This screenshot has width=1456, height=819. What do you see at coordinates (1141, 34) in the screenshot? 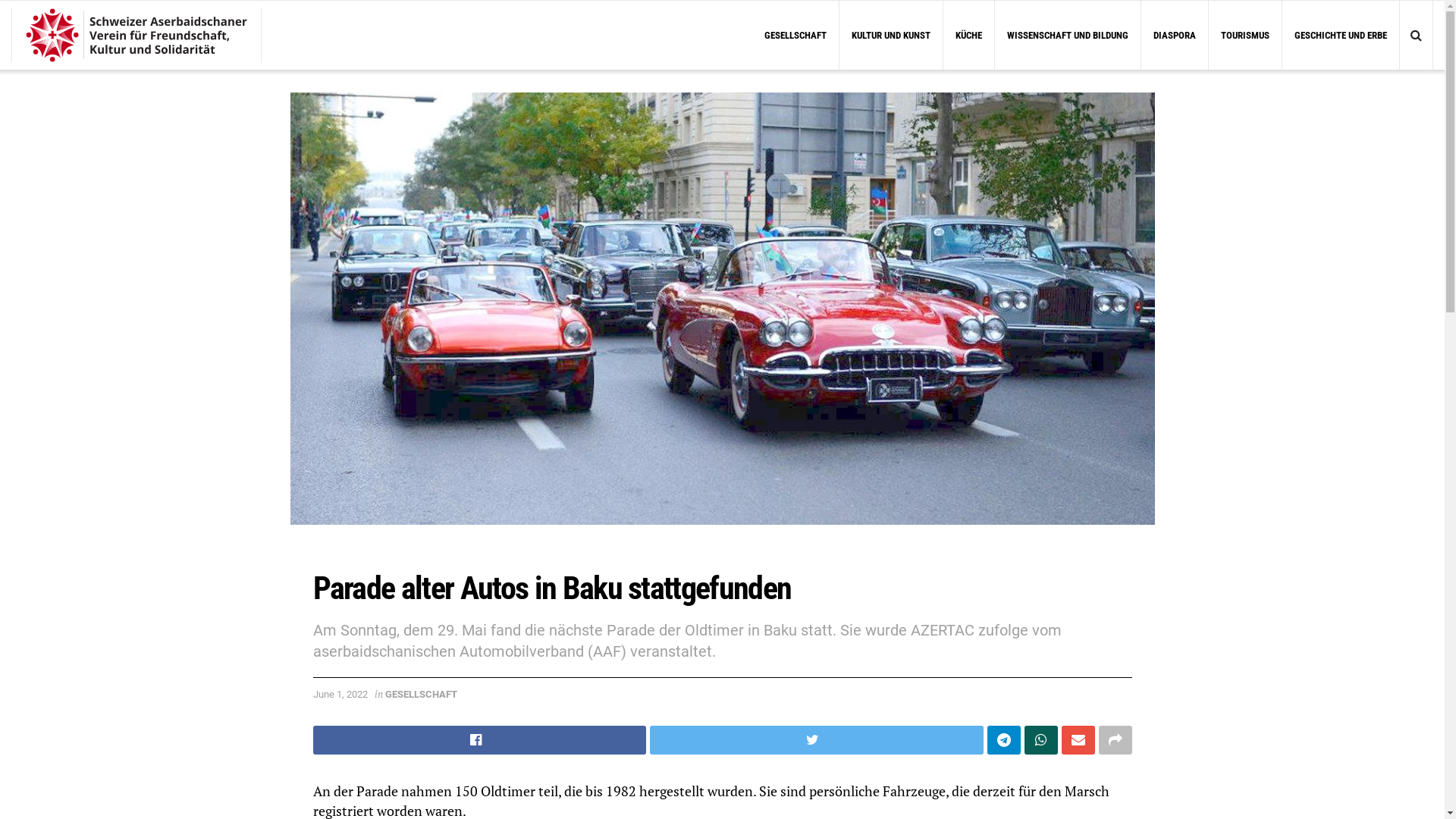
I see `'DIASPORA'` at bounding box center [1141, 34].